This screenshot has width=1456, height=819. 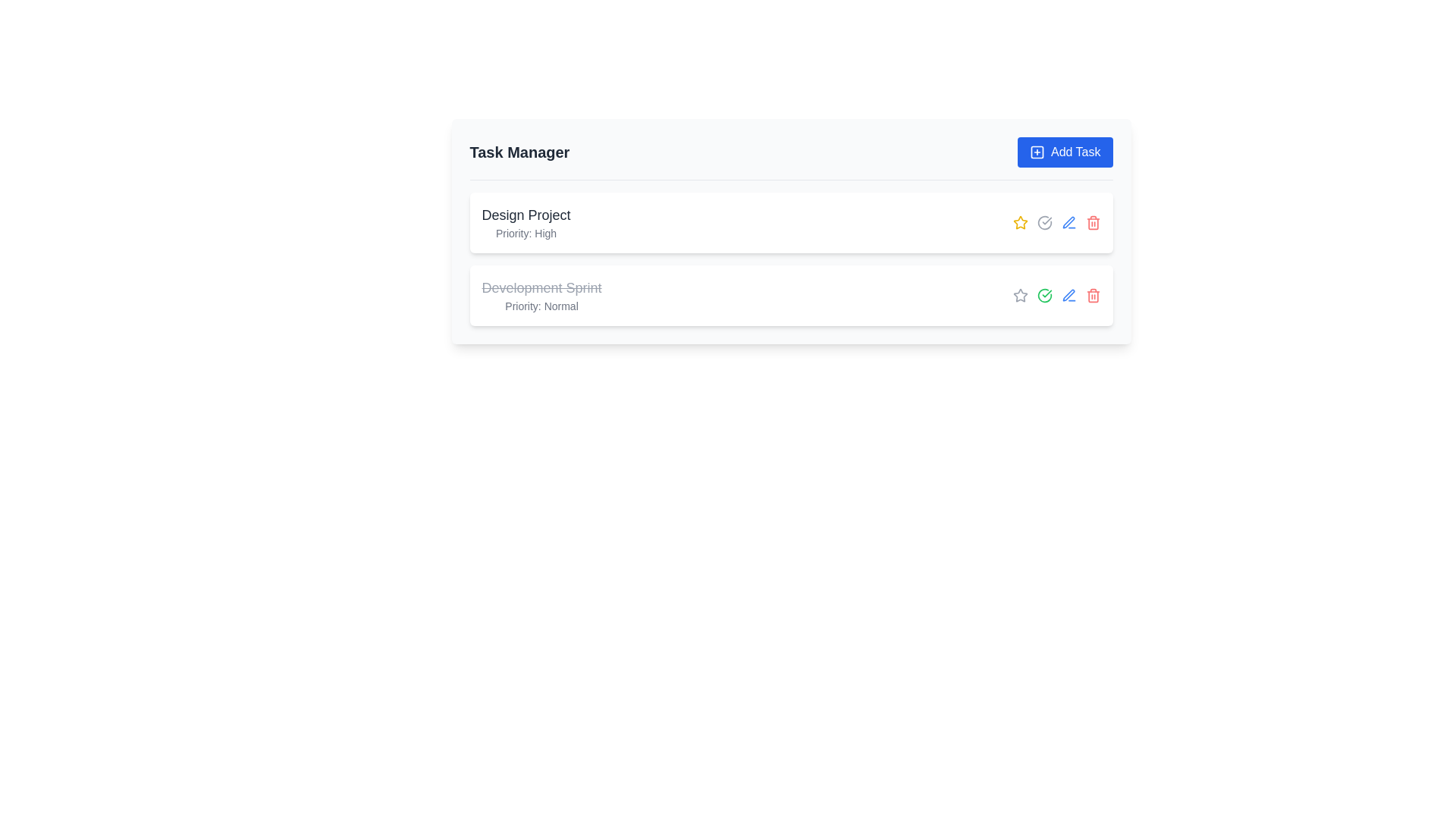 I want to click on the red trashcan icon, the last icon in a set of four aligned to the right of the 'Design Project' task item, so click(x=1093, y=222).